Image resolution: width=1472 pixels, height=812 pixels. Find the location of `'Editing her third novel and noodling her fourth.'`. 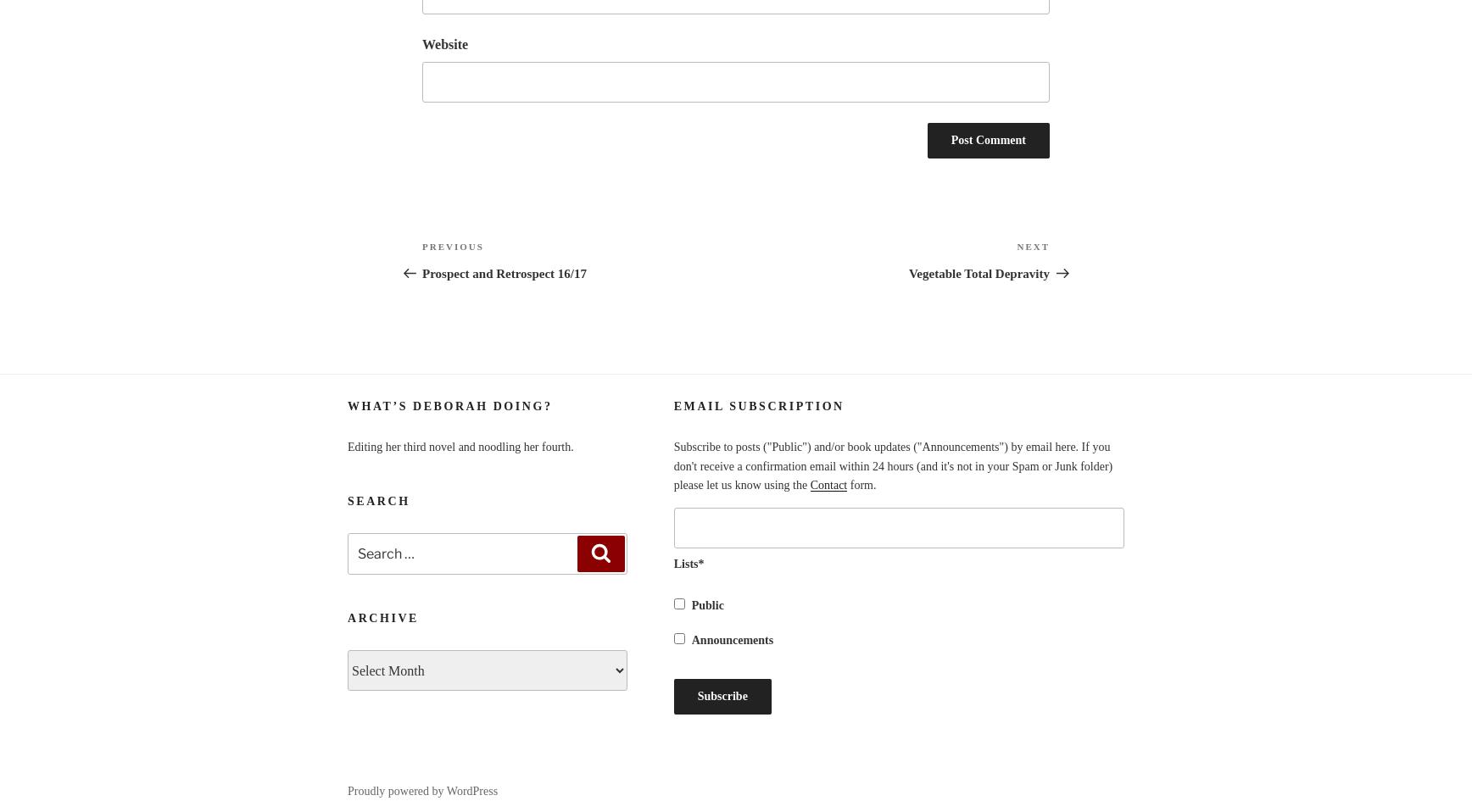

'Editing her third novel and noodling her fourth.' is located at coordinates (460, 446).